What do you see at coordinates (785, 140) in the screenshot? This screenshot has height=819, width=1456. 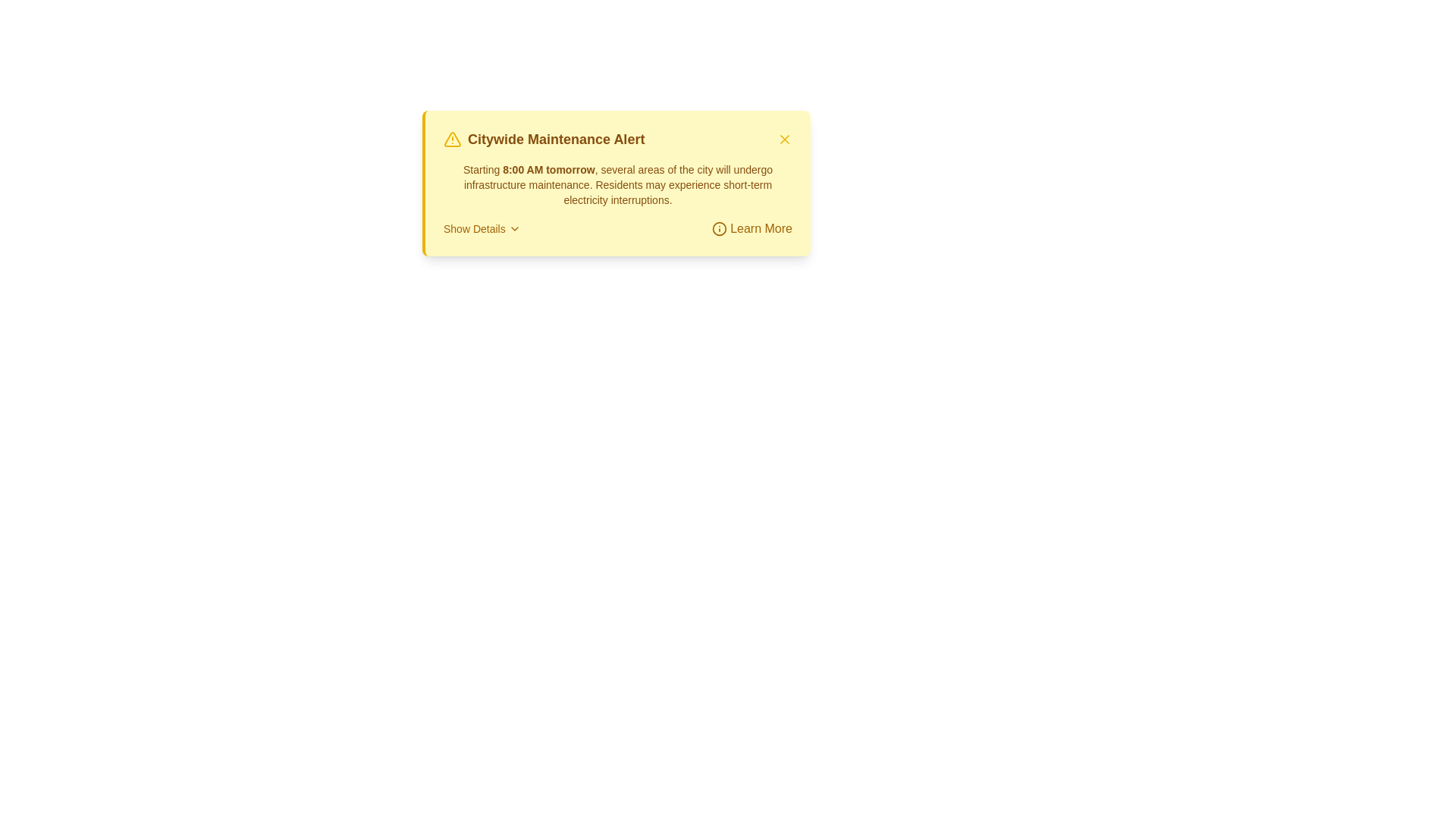 I see `the dismiss button located at the top-right corner of the 'Citywide Maintenance Alert' notification to observe a color change` at bounding box center [785, 140].